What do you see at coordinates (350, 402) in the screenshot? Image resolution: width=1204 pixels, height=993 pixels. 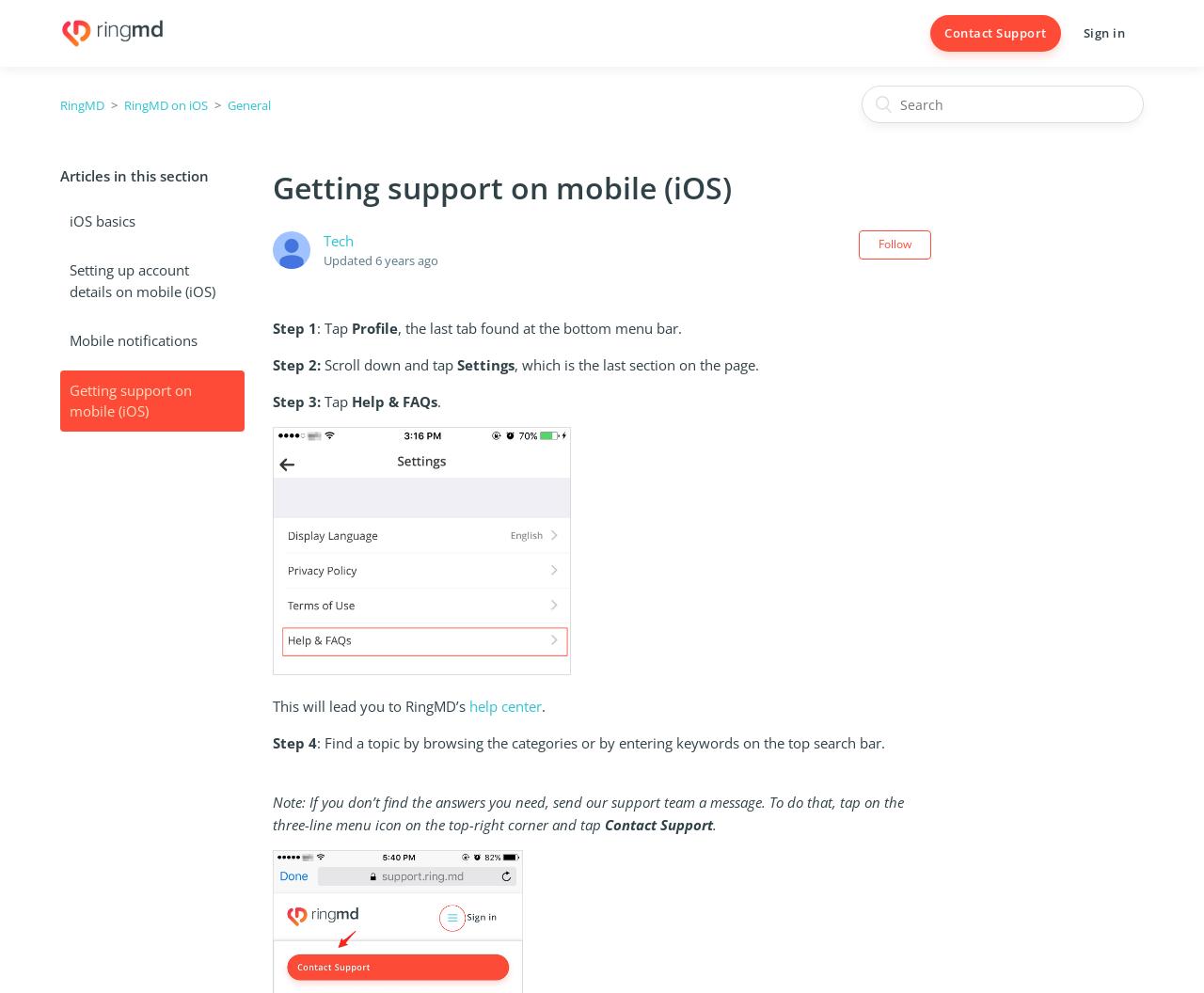 I see `'Help & FAQs'` at bounding box center [350, 402].